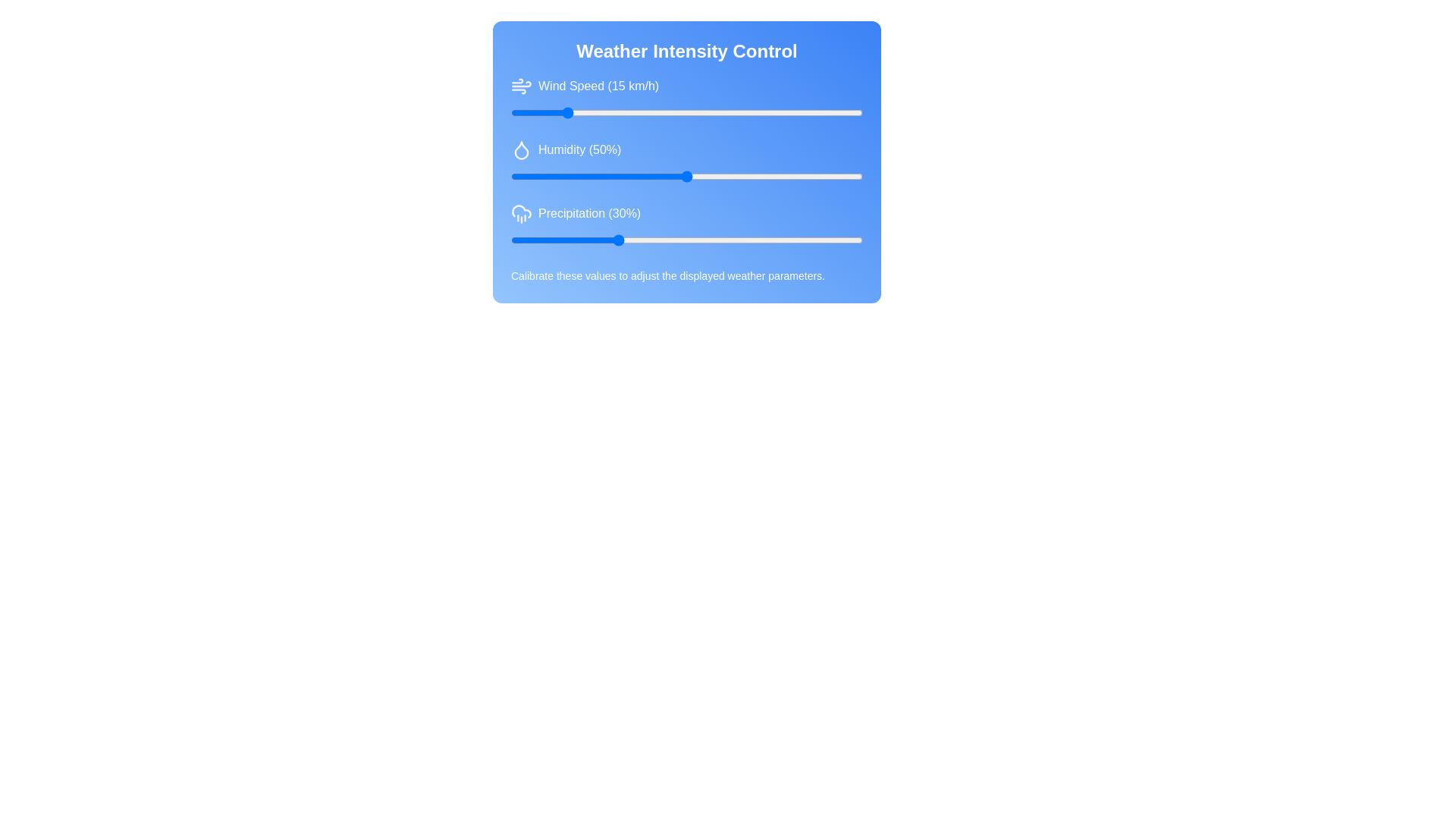 This screenshot has width=1456, height=819. Describe the element at coordinates (700, 112) in the screenshot. I see `the wind speed` at that location.